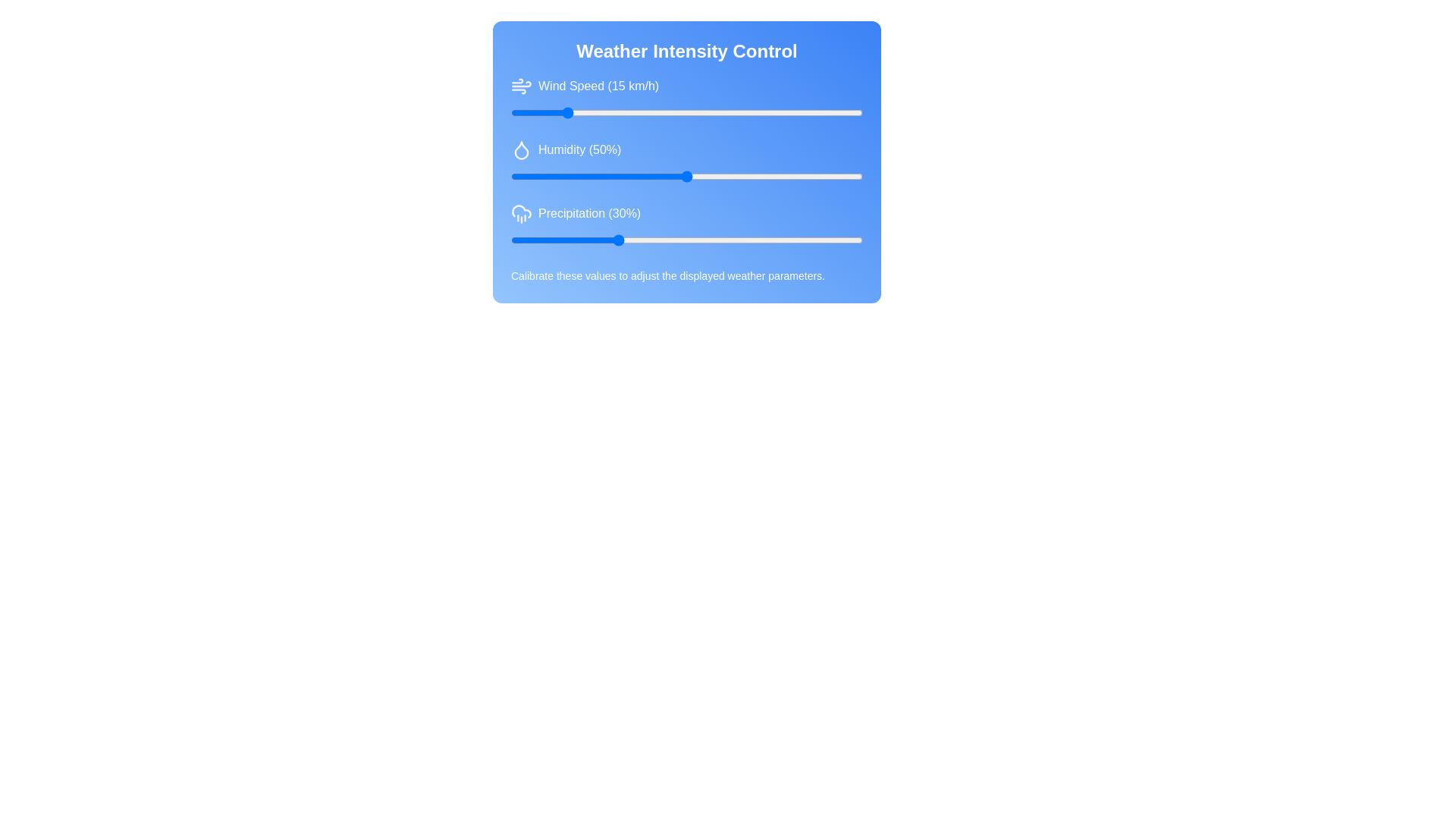 This screenshot has width=1456, height=819. Describe the element at coordinates (700, 112) in the screenshot. I see `the wind speed` at that location.